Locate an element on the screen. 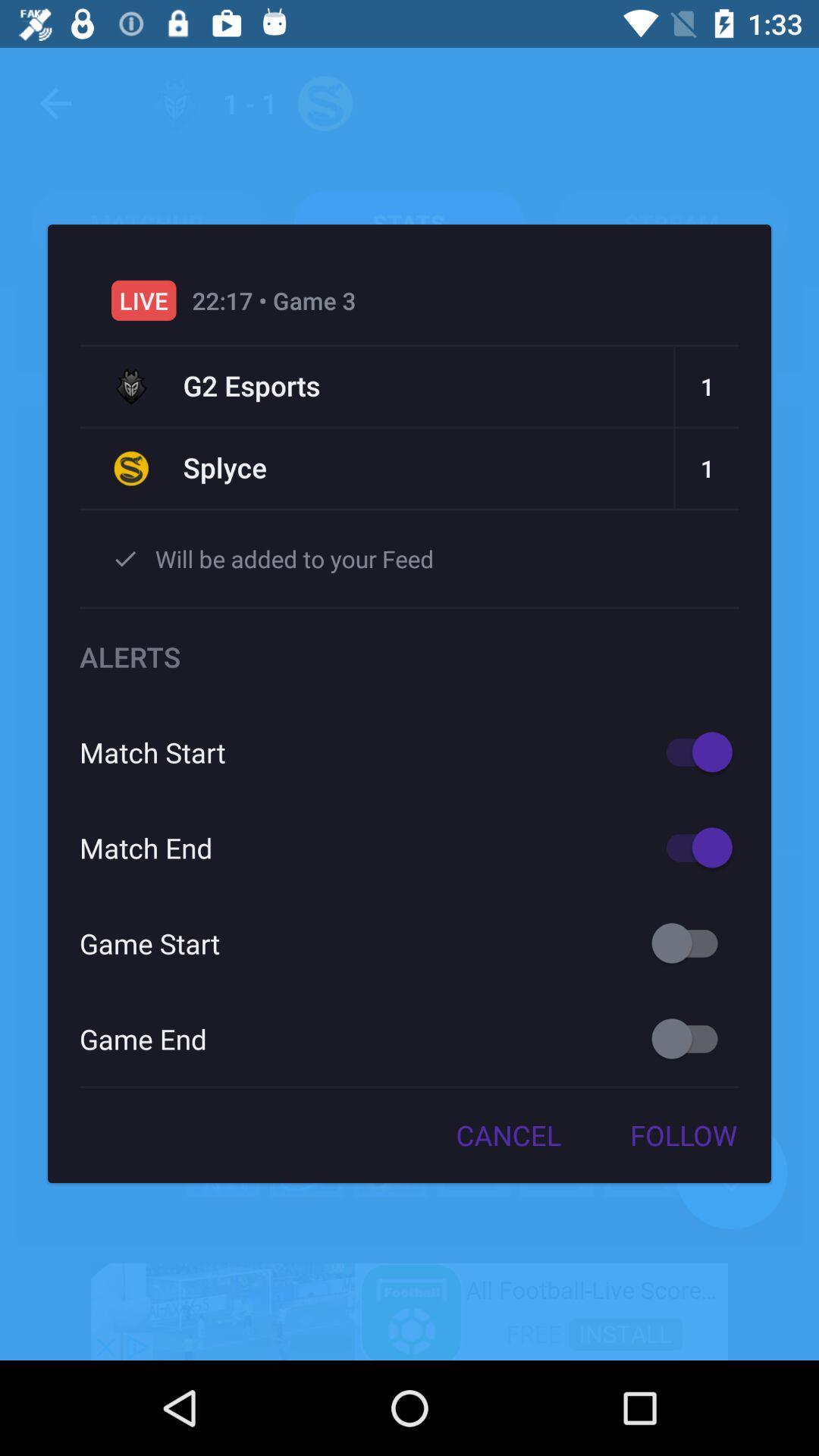 The image size is (819, 1456). off button is located at coordinates (692, 942).